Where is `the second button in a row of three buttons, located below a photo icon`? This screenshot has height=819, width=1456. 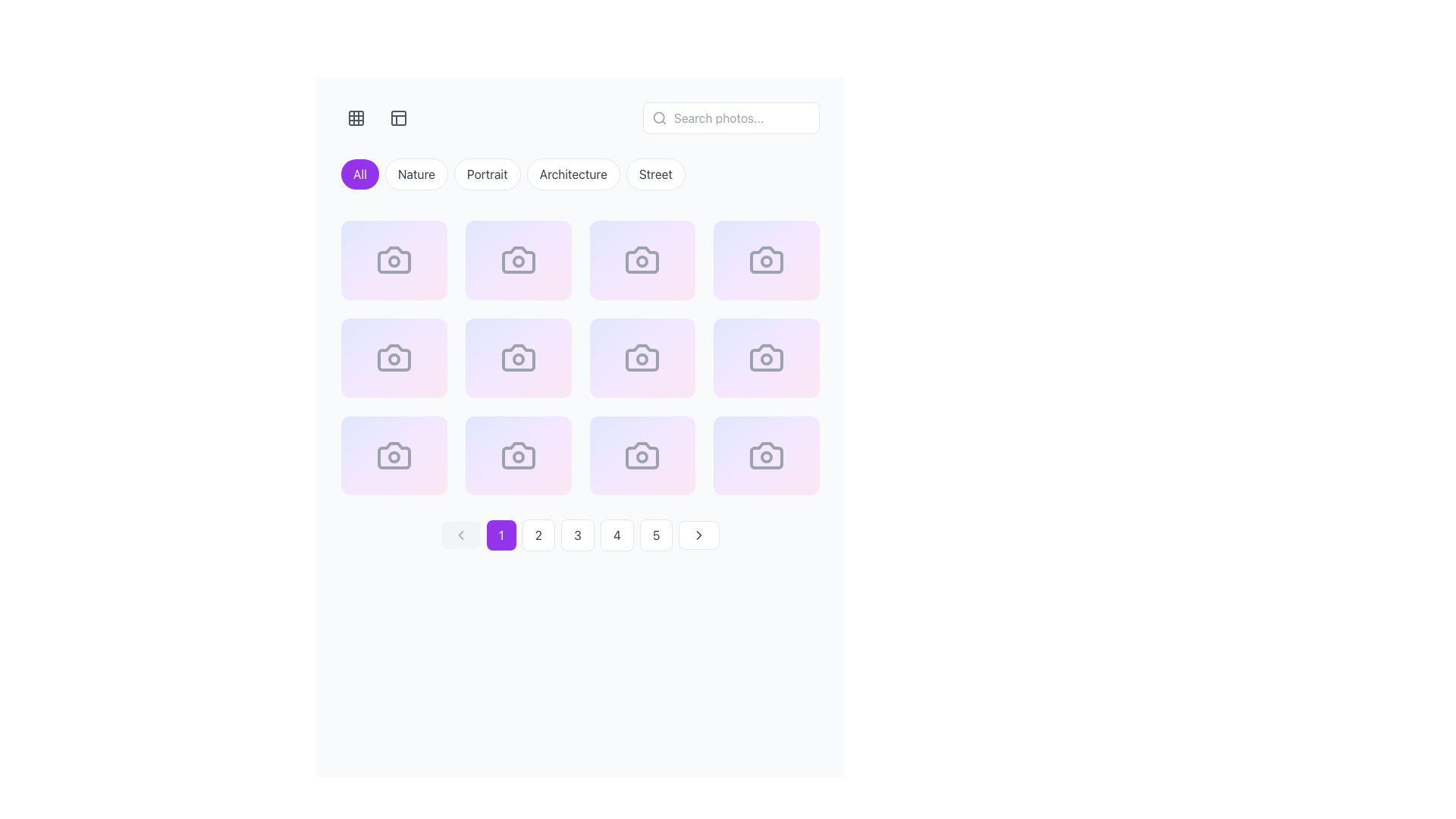 the second button in a row of three buttons, located below a photo icon is located at coordinates (525, 372).